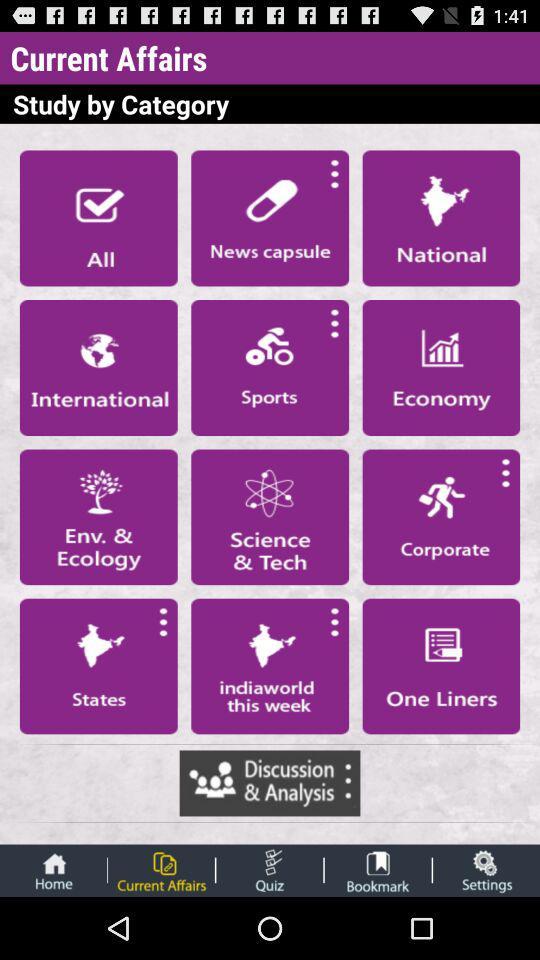 The width and height of the screenshot is (540, 960). I want to click on settings, so click(485, 869).